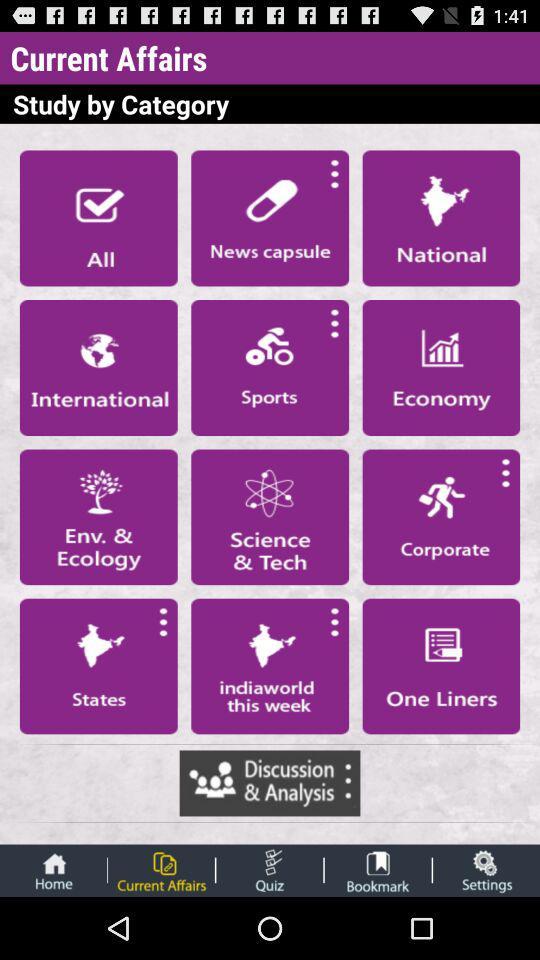 The width and height of the screenshot is (540, 960). I want to click on settings, so click(485, 869).